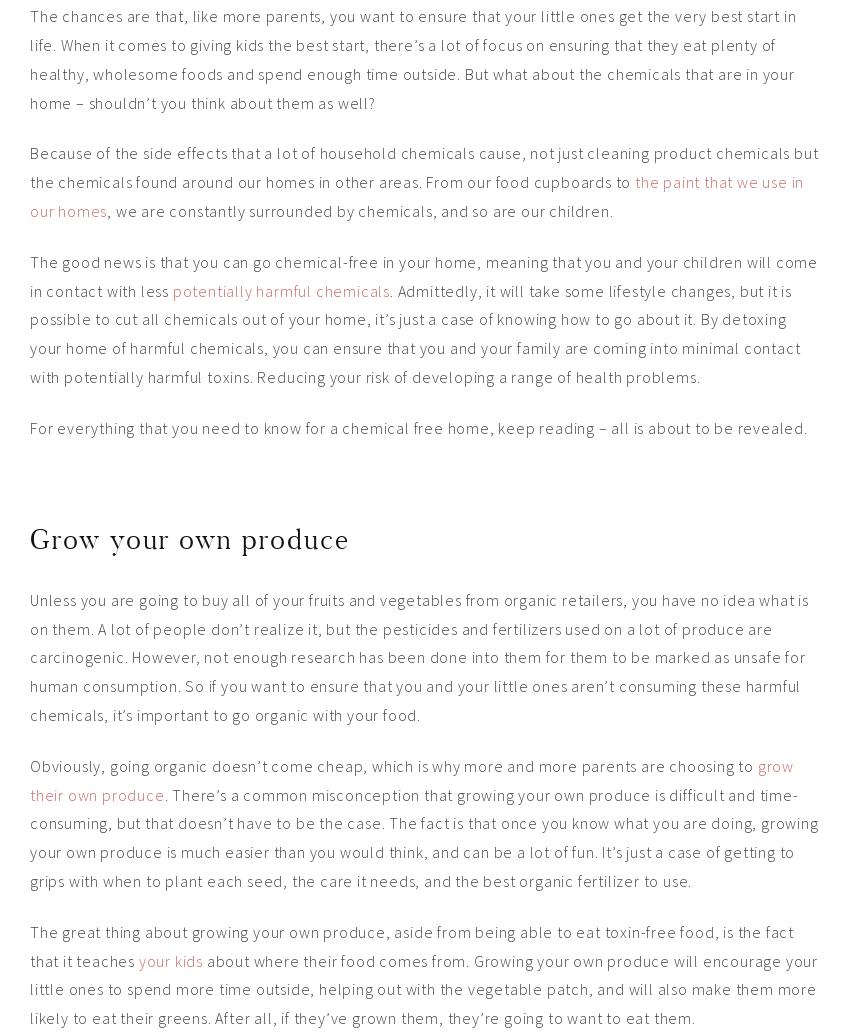 The image size is (850, 1033). What do you see at coordinates (423, 987) in the screenshot?
I see `'about where their food comes from. Growing your own produce will encourage your little ones to spend more time outside, helping out with the vegetable patch, and will also make them more likely to eat their greens. After all, if they’ve grown them, they’re going to want to eat them.'` at bounding box center [423, 987].